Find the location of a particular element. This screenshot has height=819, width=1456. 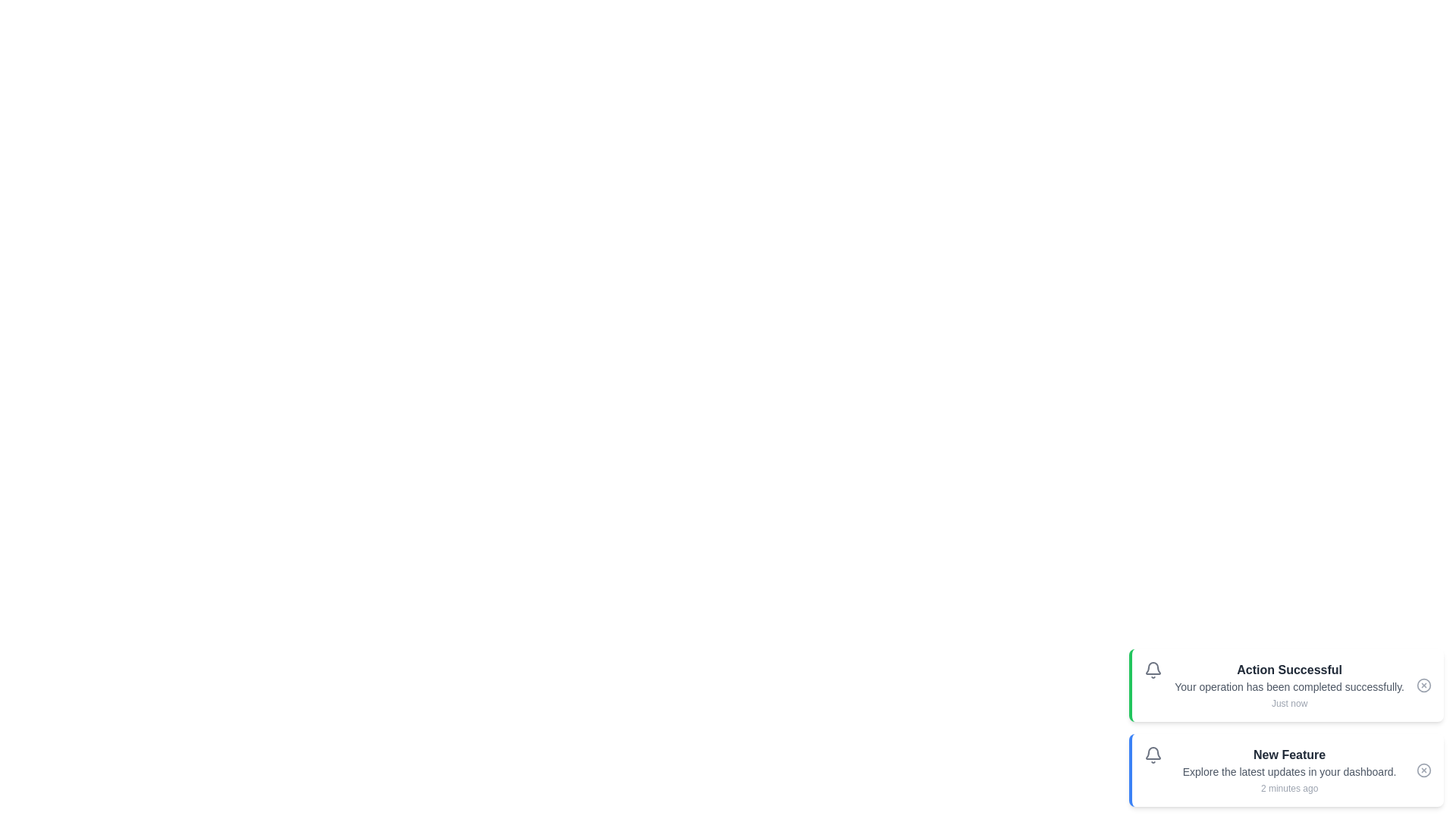

the dismiss button located in the bottom-right corner of the notification card titled 'New Feature' is located at coordinates (1423, 770).